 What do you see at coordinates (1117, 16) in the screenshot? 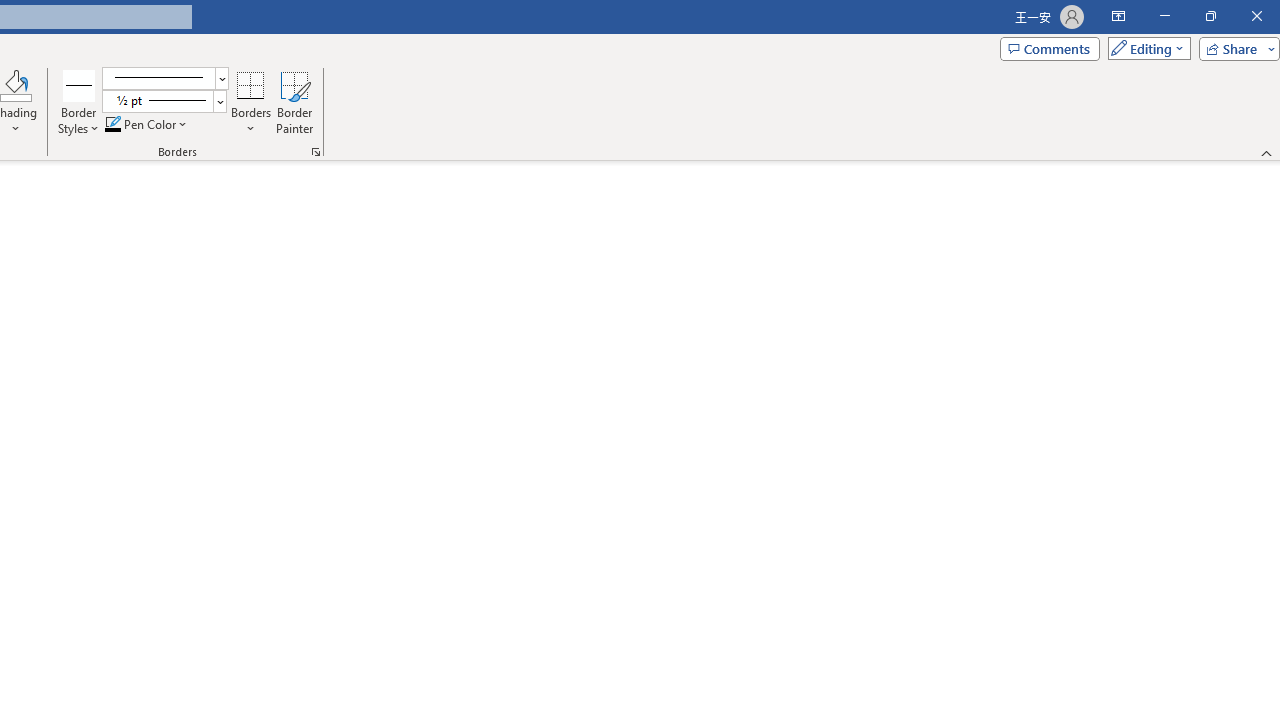
I see `'Ribbon Display Options'` at bounding box center [1117, 16].